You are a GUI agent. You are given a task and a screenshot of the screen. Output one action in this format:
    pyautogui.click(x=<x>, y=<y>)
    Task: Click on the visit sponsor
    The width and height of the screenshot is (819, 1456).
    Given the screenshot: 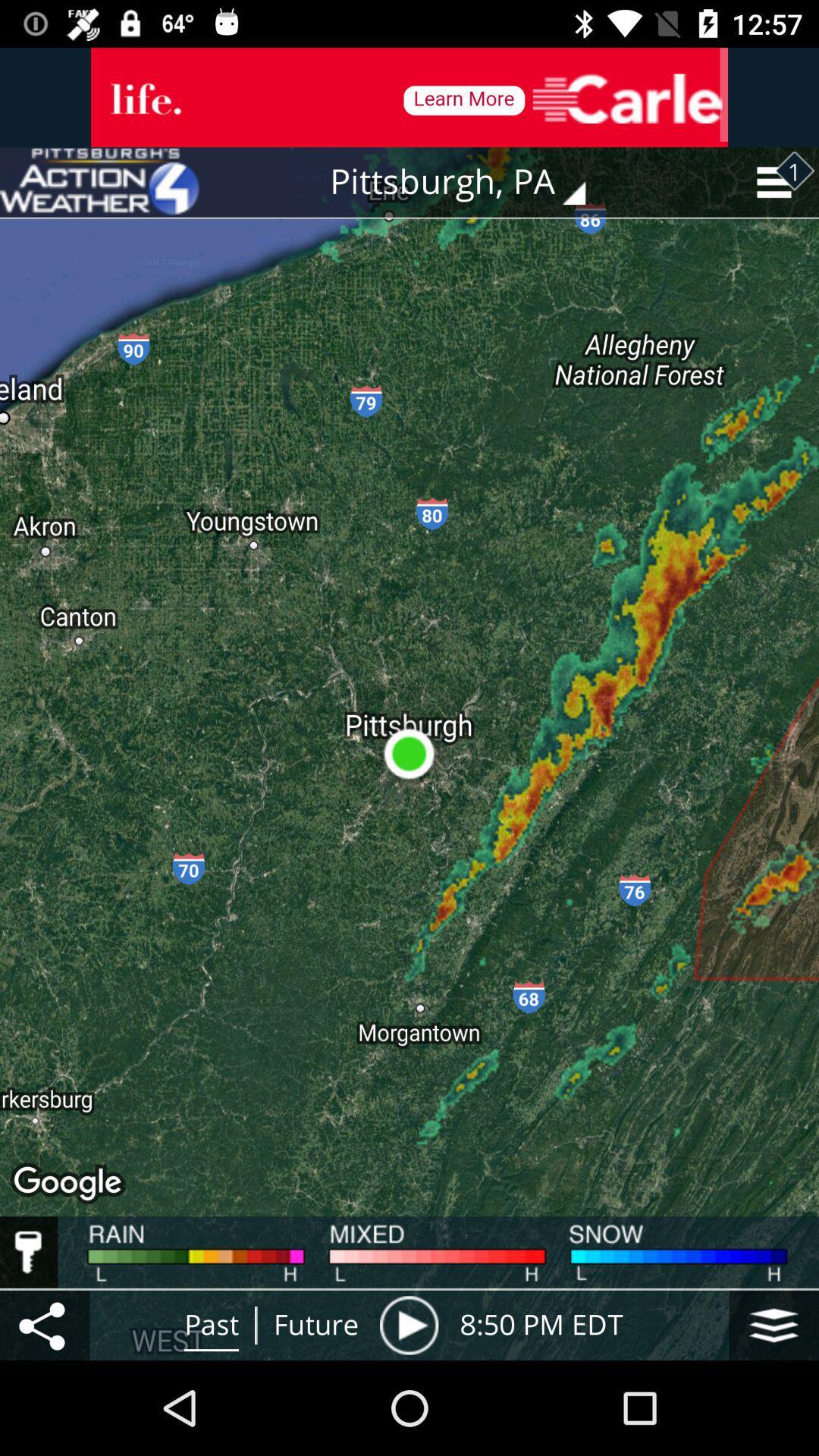 What is the action you would take?
    pyautogui.click(x=409, y=96)
    